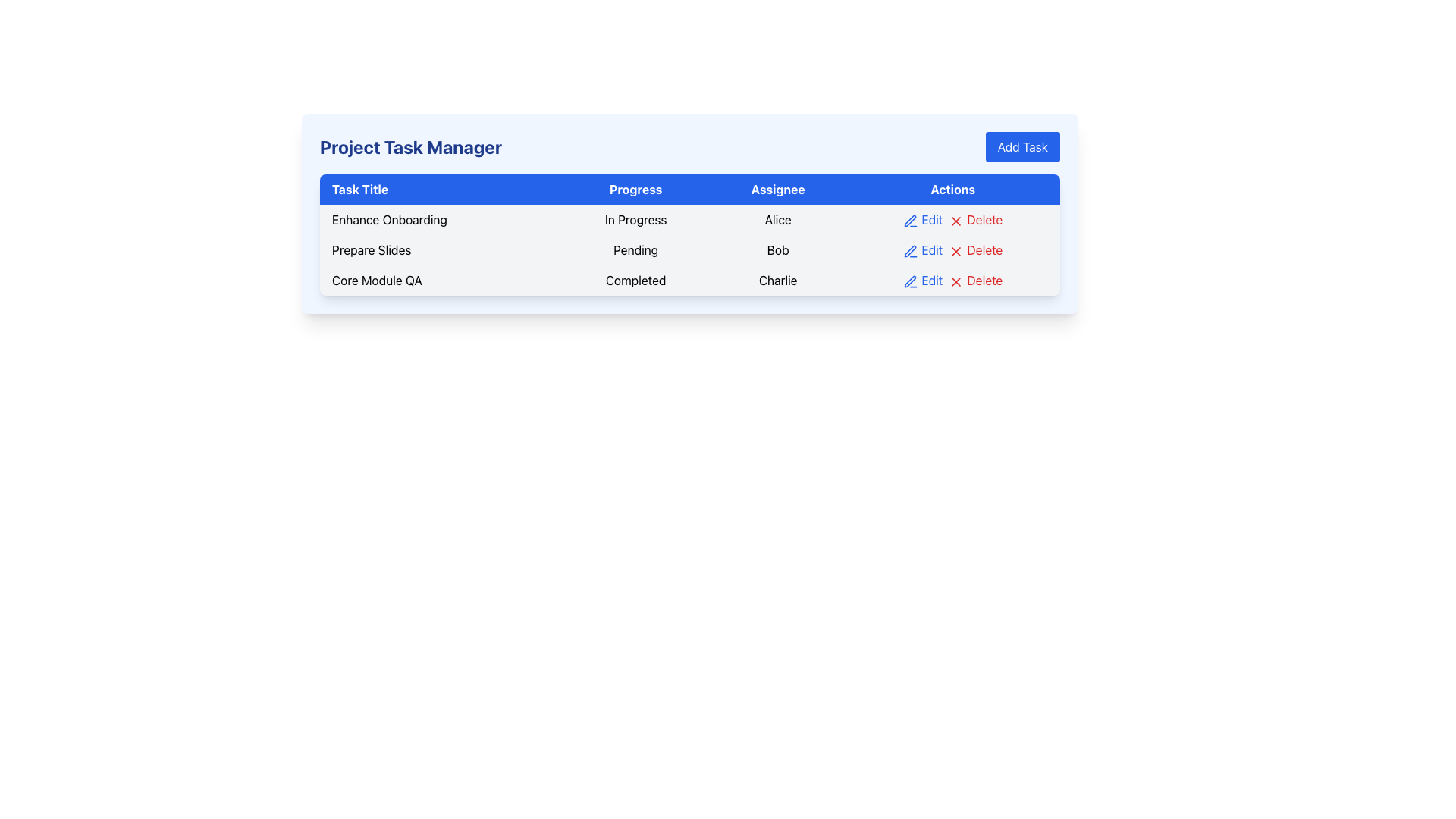  Describe the element at coordinates (922, 249) in the screenshot. I see `the 'Edit' hyperlink in the second row of the Actions column` at that location.